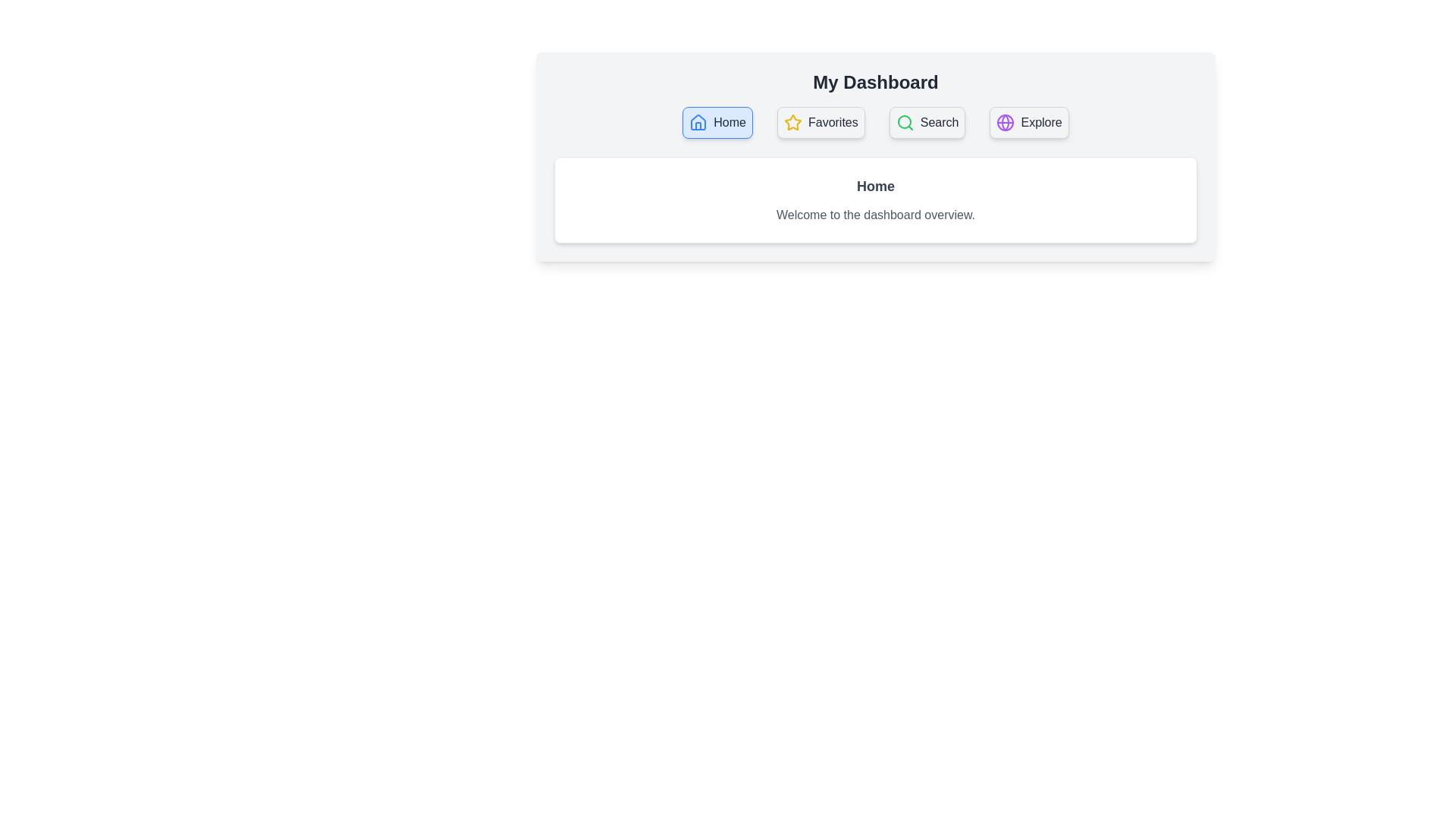  Describe the element at coordinates (717, 122) in the screenshot. I see `the tab Home` at that location.